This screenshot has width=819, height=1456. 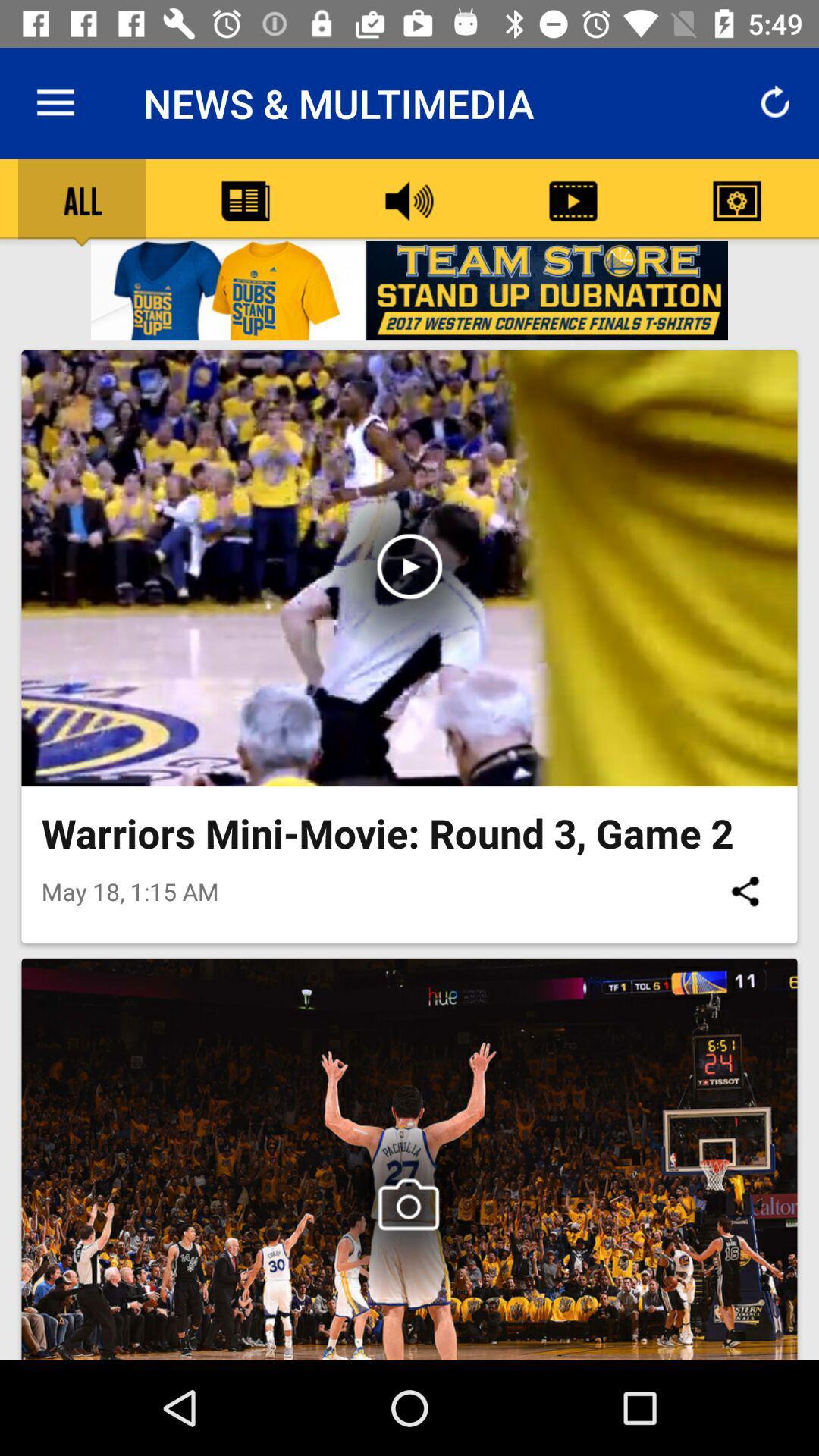 What do you see at coordinates (744, 891) in the screenshot?
I see `the icon to the right of may 18 1` at bounding box center [744, 891].